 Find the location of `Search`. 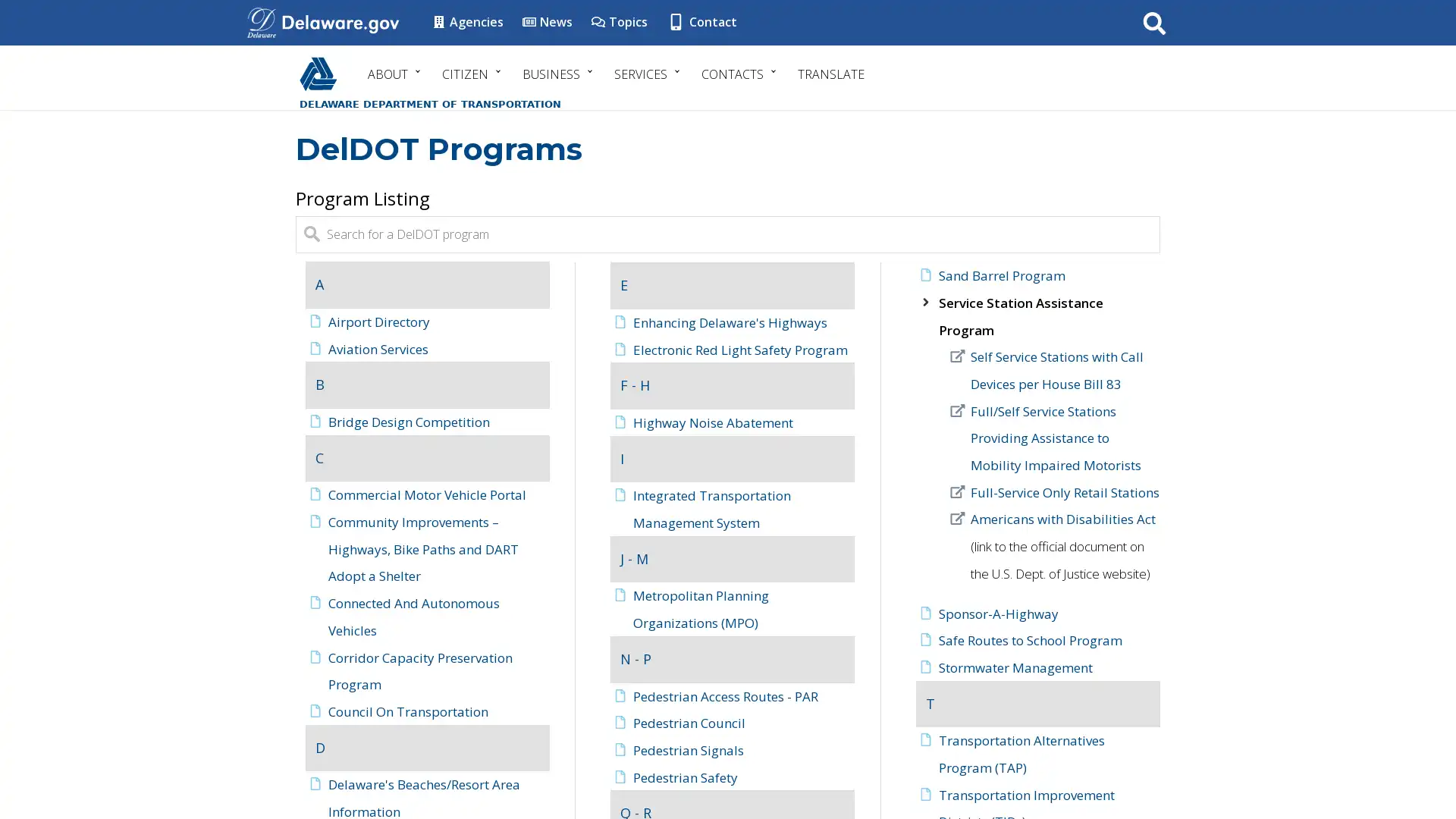

Search is located at coordinates (1153, 22).